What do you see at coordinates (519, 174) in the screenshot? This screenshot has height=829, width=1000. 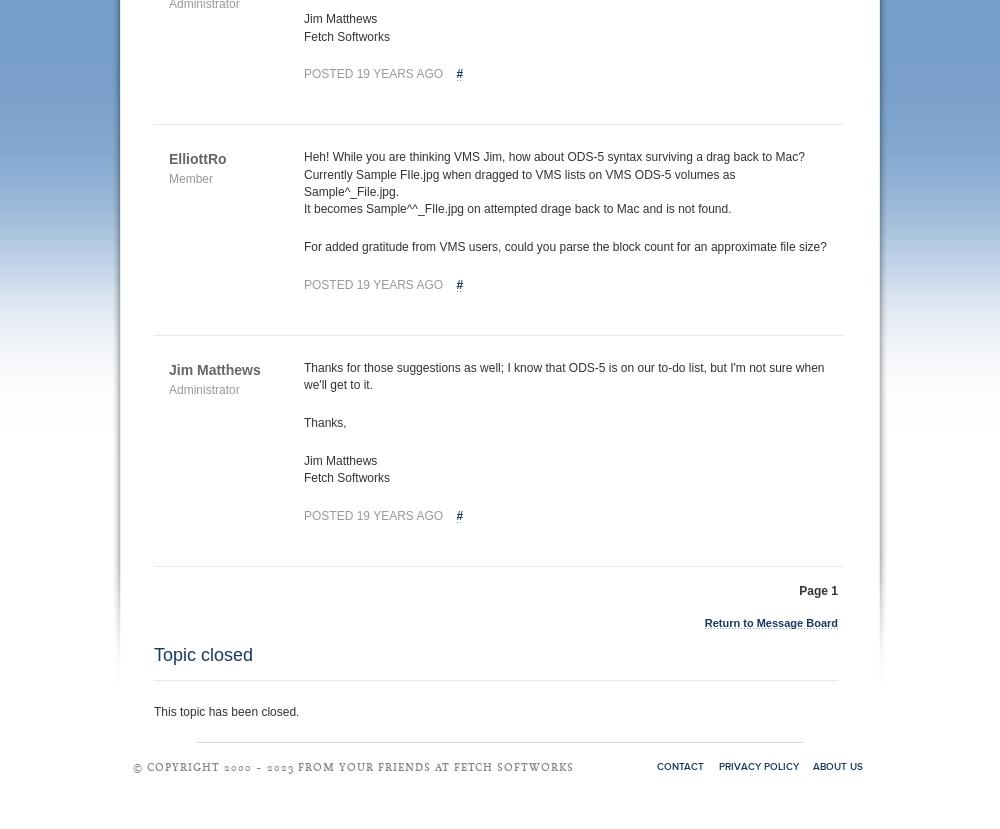 I see `'Currently Sample FIle.jpg when dragged to VMS lists on VMS ODS-5 volumes as'` at bounding box center [519, 174].